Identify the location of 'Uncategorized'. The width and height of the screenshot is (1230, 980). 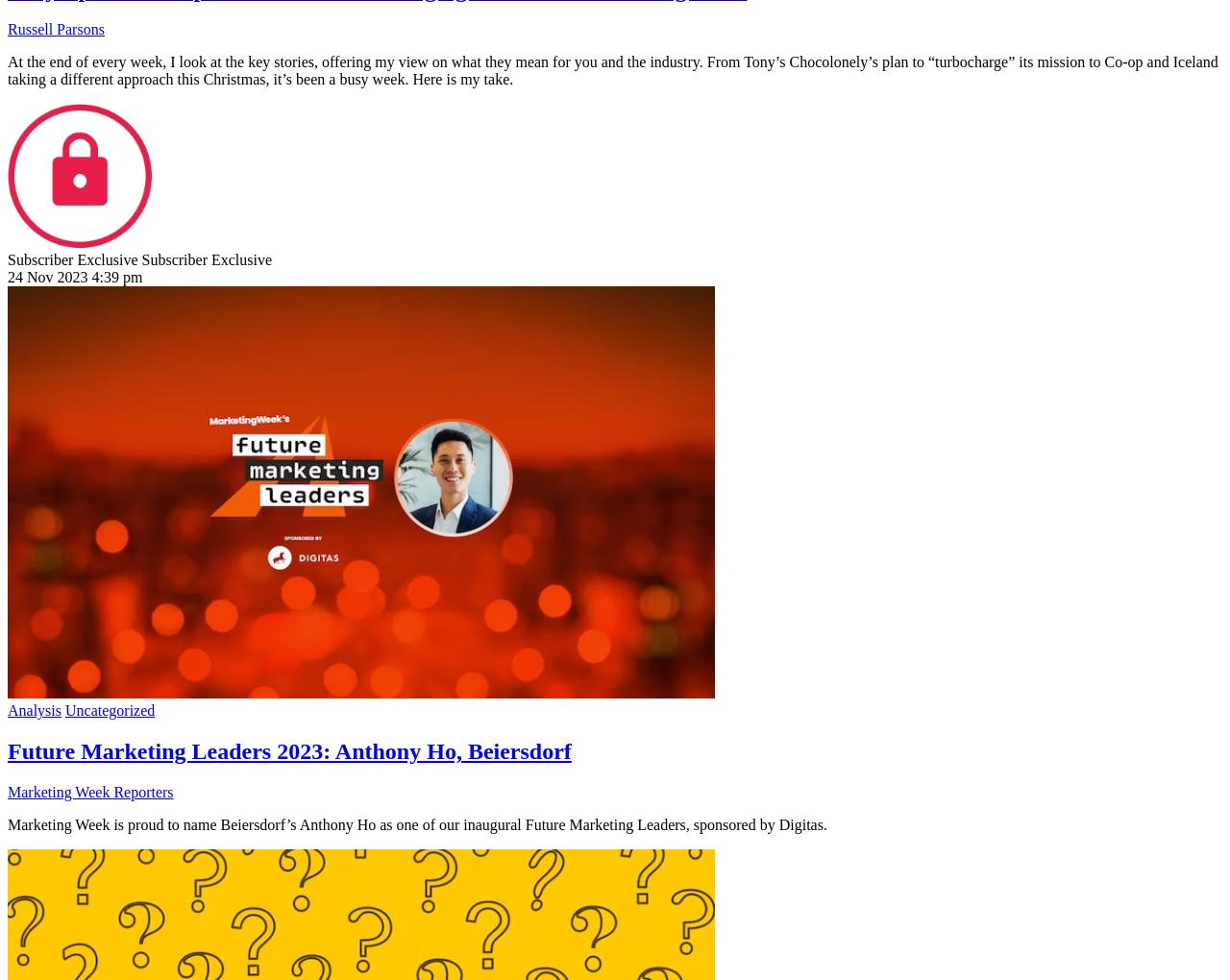
(109, 710).